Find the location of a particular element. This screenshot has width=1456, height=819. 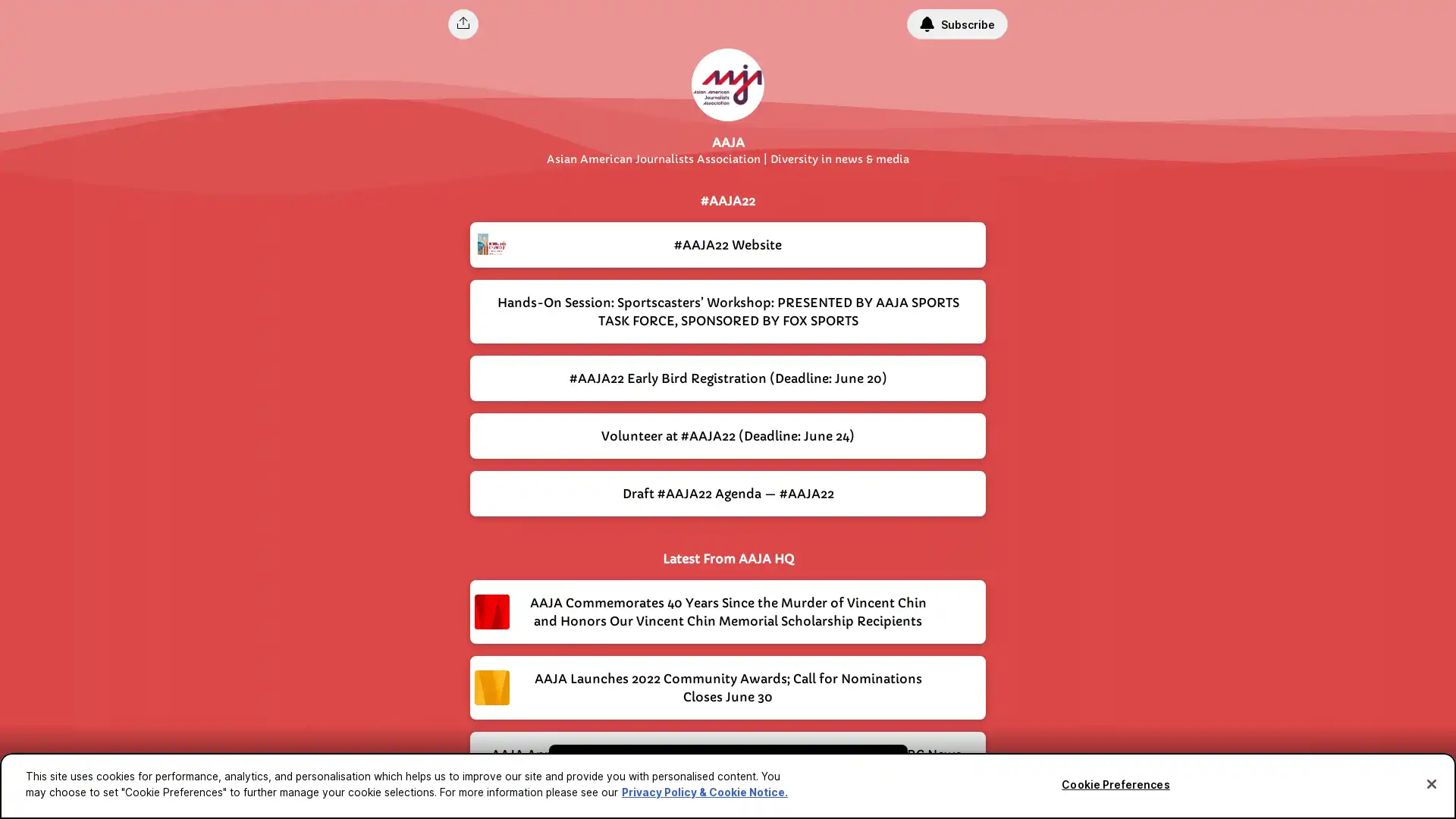

Close is located at coordinates (1430, 783).